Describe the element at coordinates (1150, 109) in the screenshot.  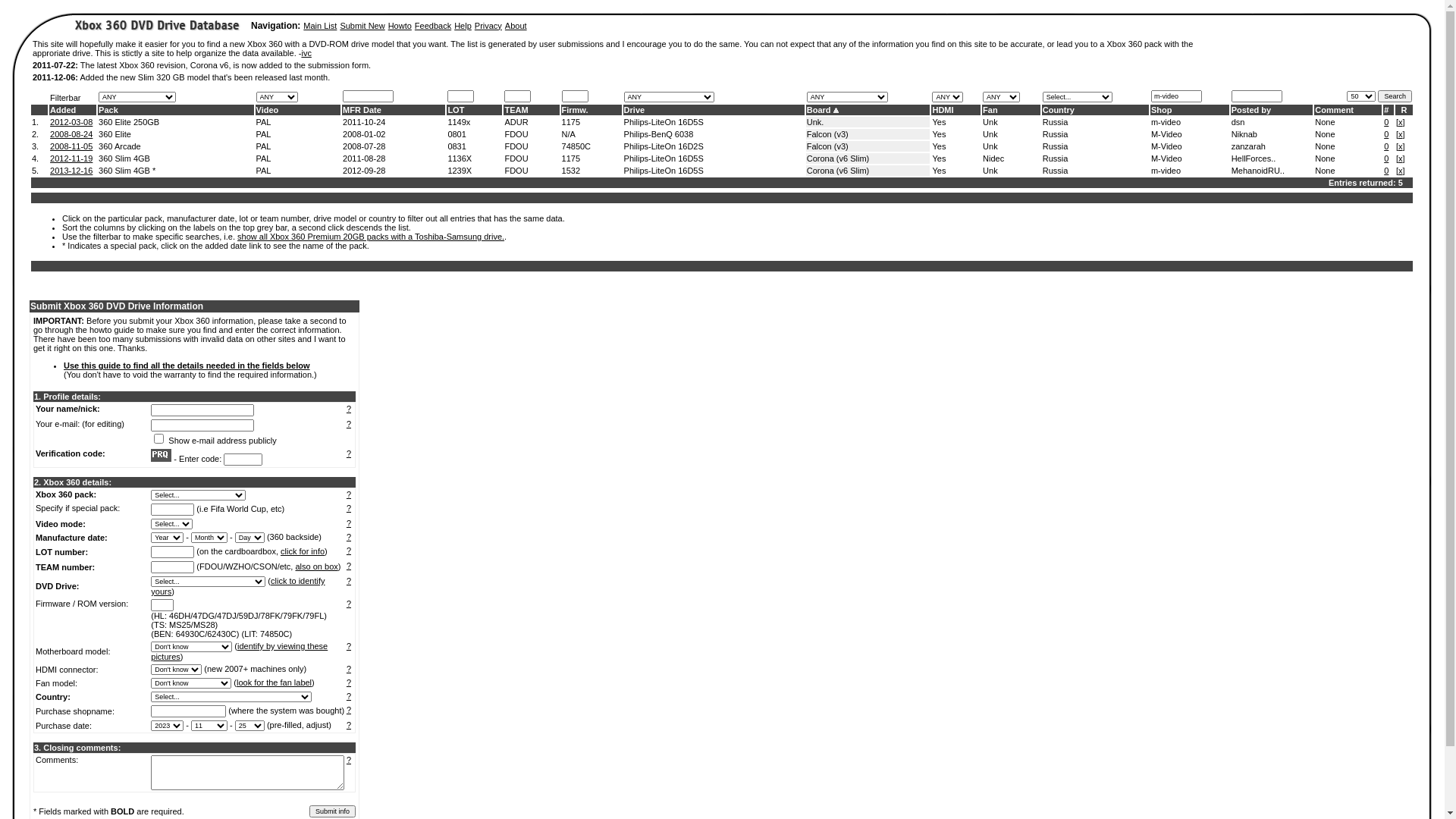
I see `'Shop'` at that location.